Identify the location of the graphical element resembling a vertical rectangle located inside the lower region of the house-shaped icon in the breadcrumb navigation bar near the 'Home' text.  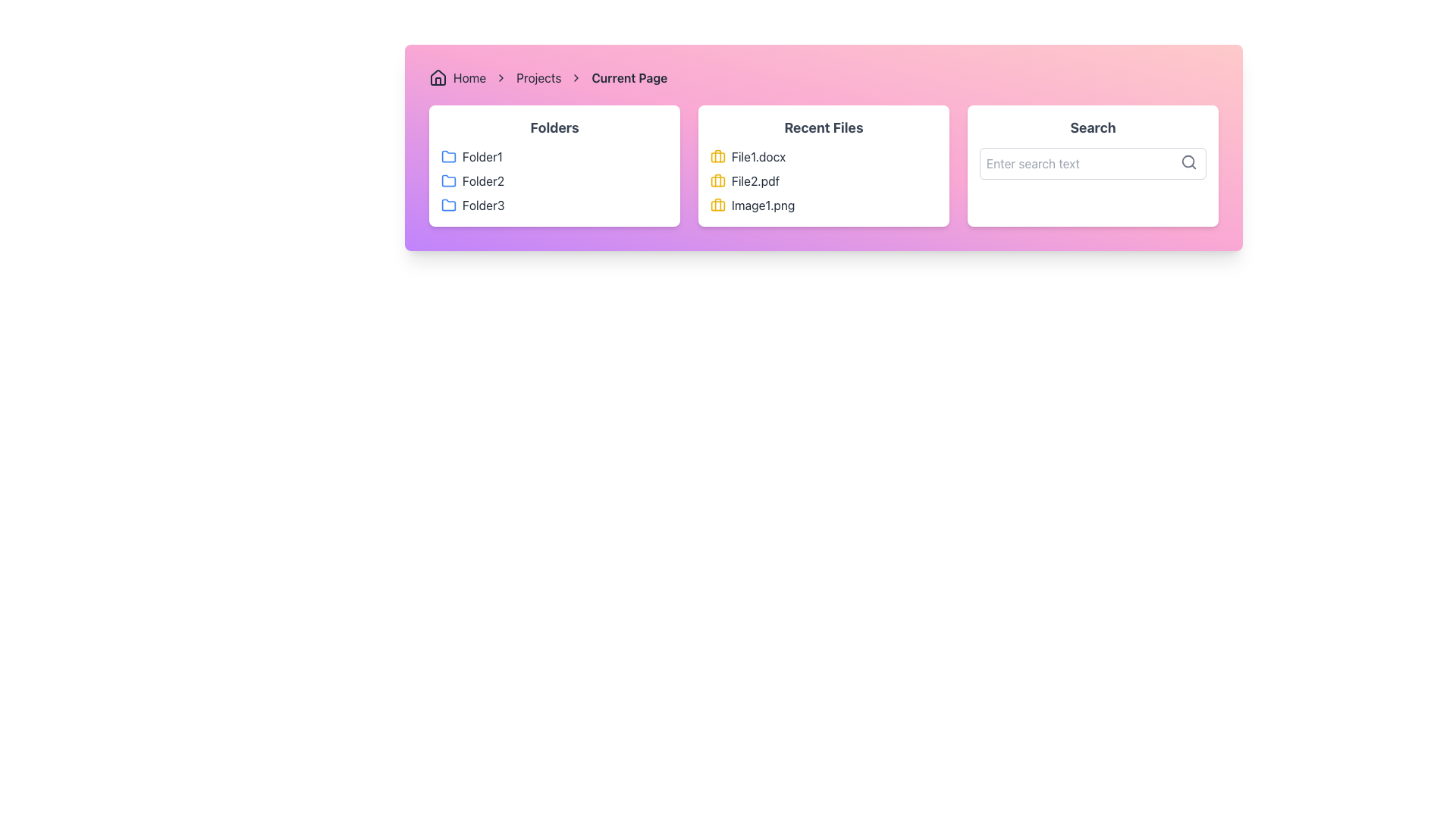
(437, 81).